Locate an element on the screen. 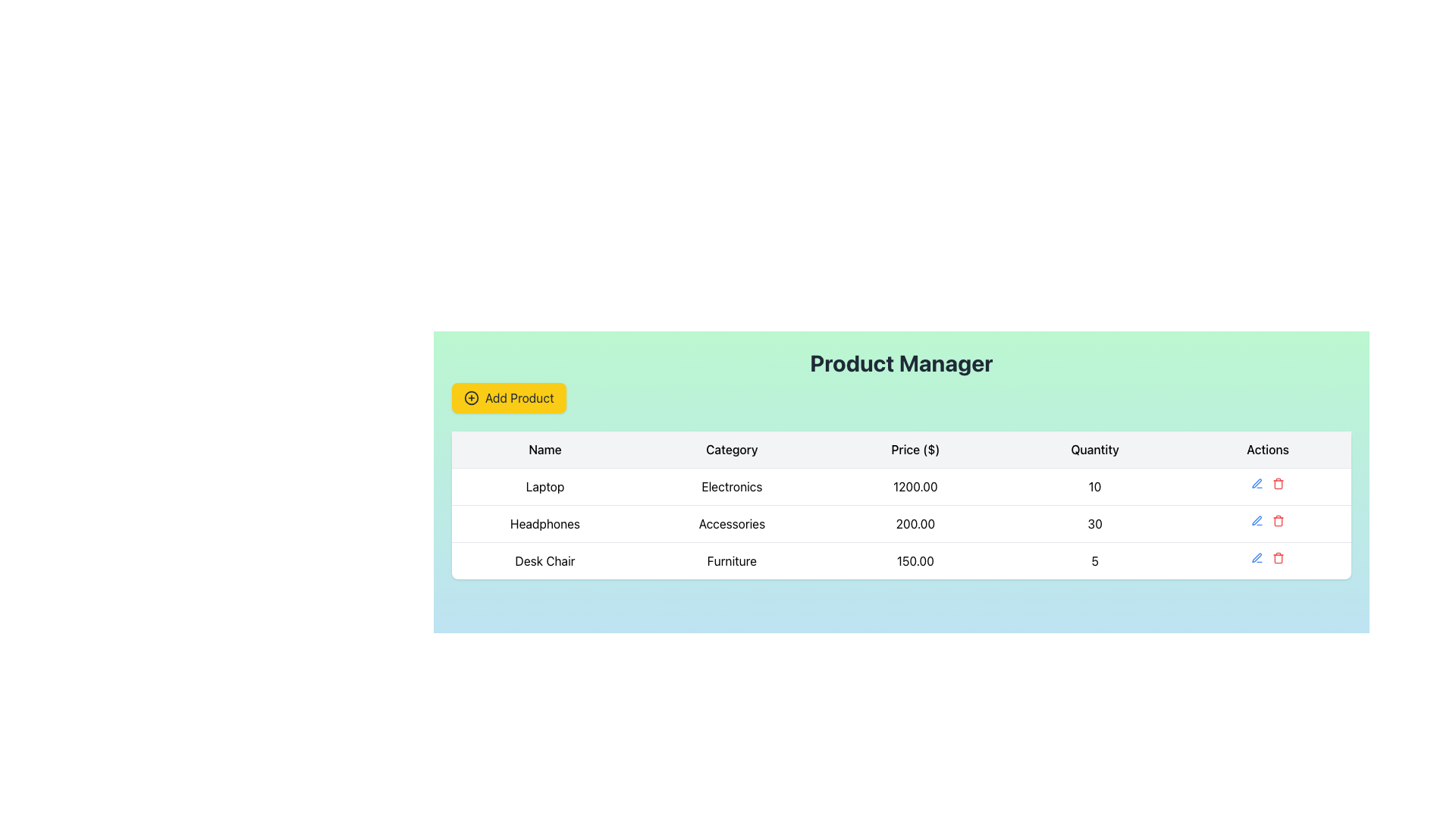 This screenshot has height=819, width=1456. the 'Laptop' text label located in the first row and first column of the product details table is located at coordinates (545, 486).